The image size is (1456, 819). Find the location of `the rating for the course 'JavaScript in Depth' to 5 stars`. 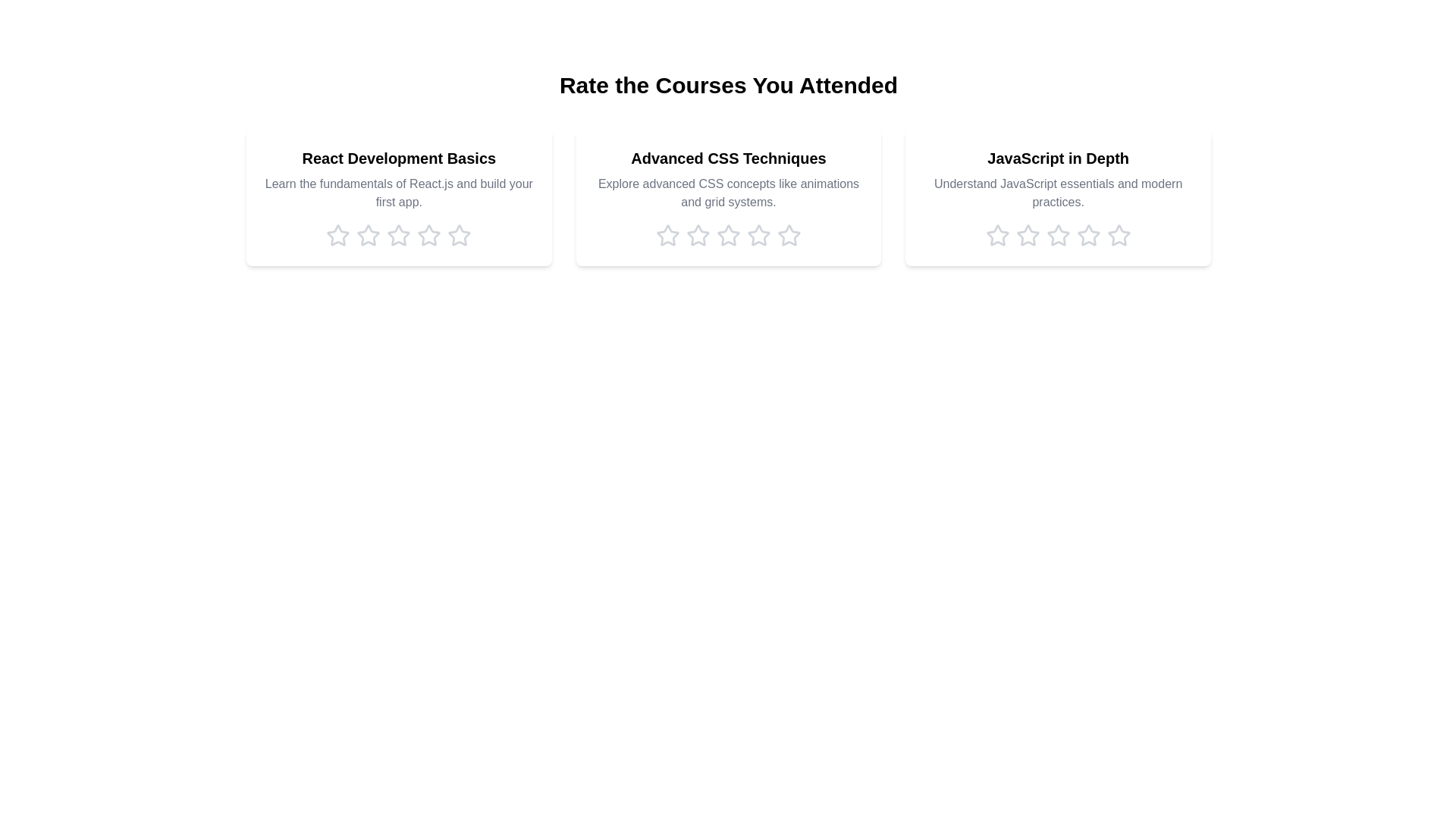

the rating for the course 'JavaScript in Depth' to 5 stars is located at coordinates (1119, 236).